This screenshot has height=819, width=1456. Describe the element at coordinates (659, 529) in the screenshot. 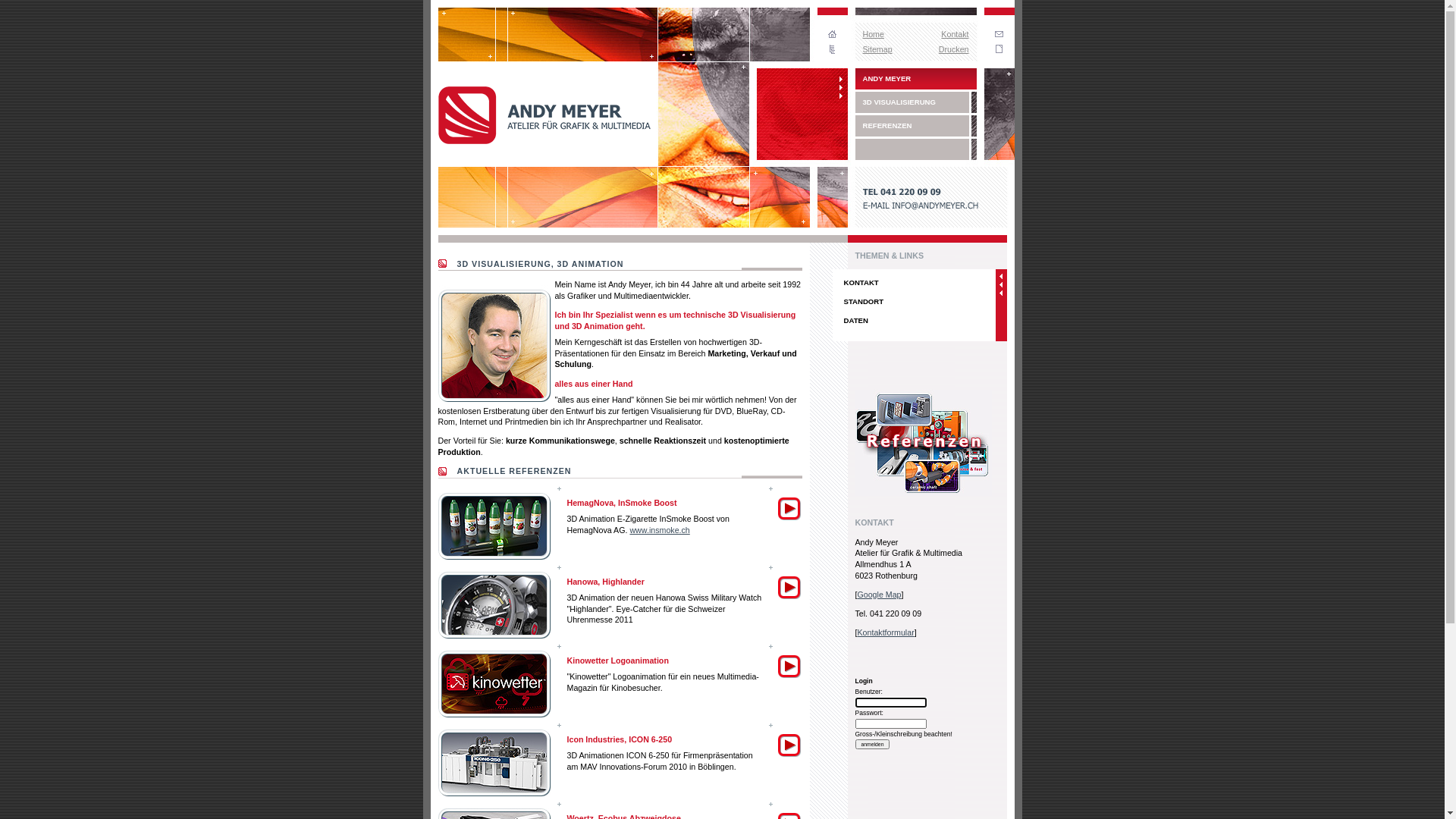

I see `'www.insmoke.ch'` at that location.